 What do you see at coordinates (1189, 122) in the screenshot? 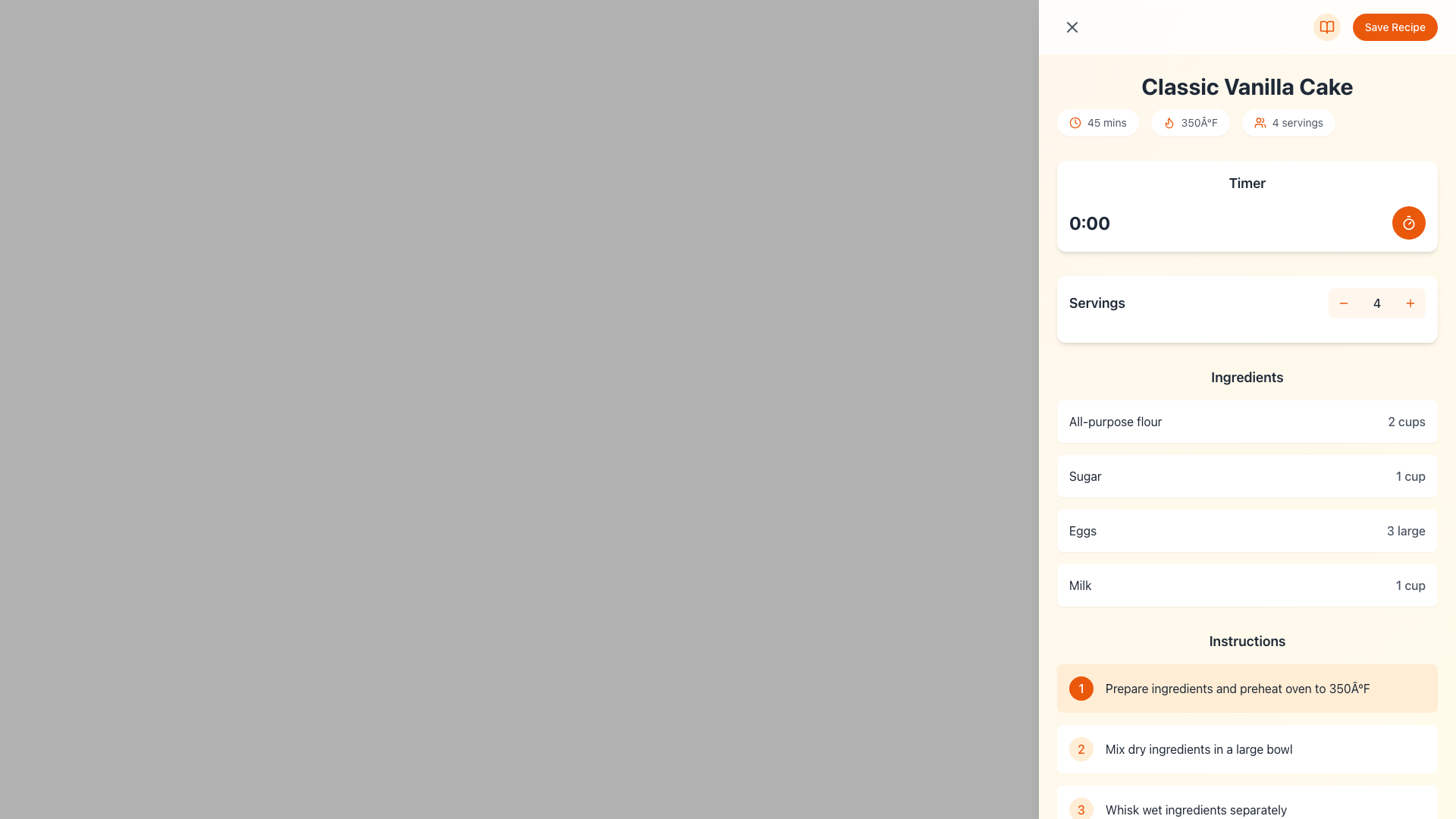
I see `the pill-shaped badge displaying '350°F' which has a white background and an orange flame icon to its left, located under the heading 'Classic Vanilla Cake'` at bounding box center [1189, 122].